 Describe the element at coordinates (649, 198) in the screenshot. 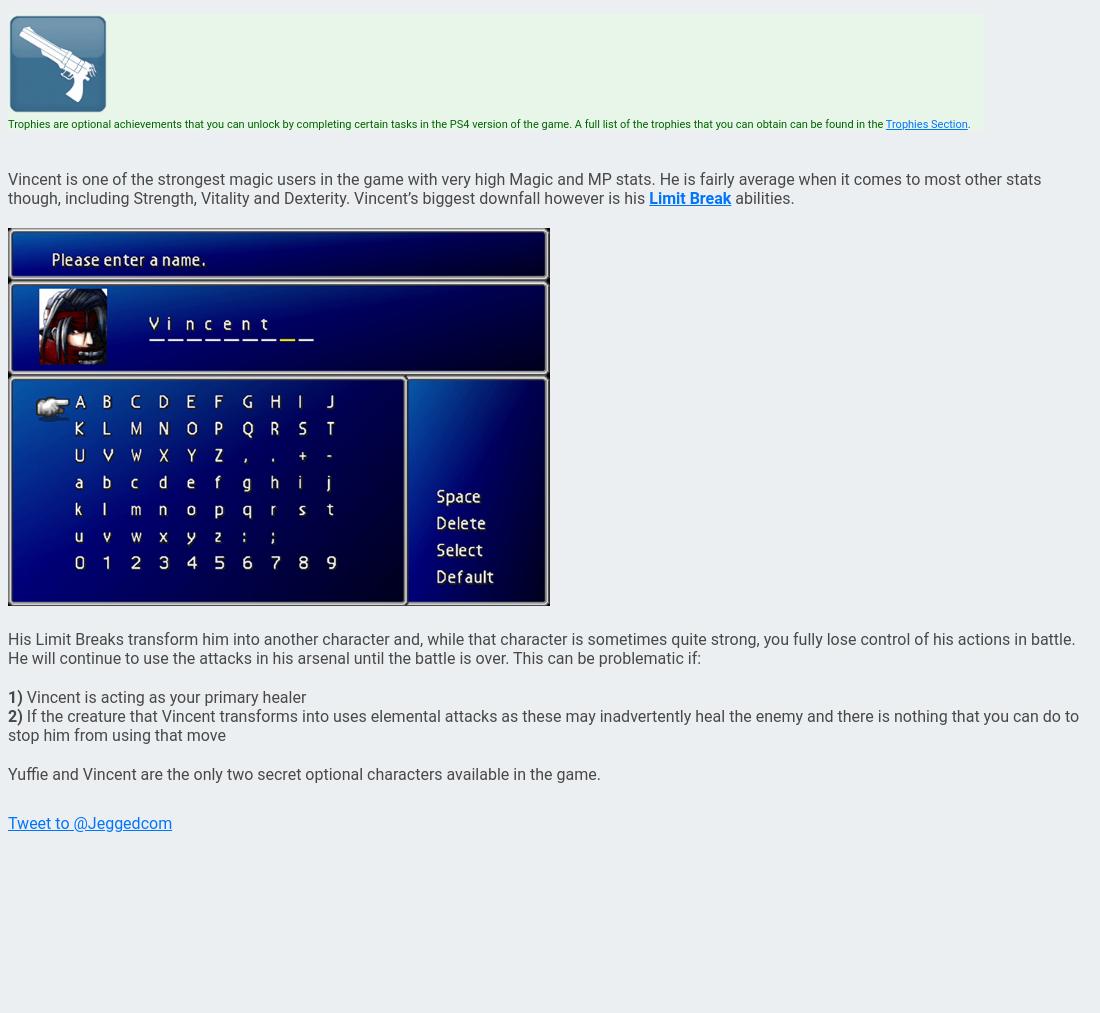

I see `'Limit Break'` at that location.